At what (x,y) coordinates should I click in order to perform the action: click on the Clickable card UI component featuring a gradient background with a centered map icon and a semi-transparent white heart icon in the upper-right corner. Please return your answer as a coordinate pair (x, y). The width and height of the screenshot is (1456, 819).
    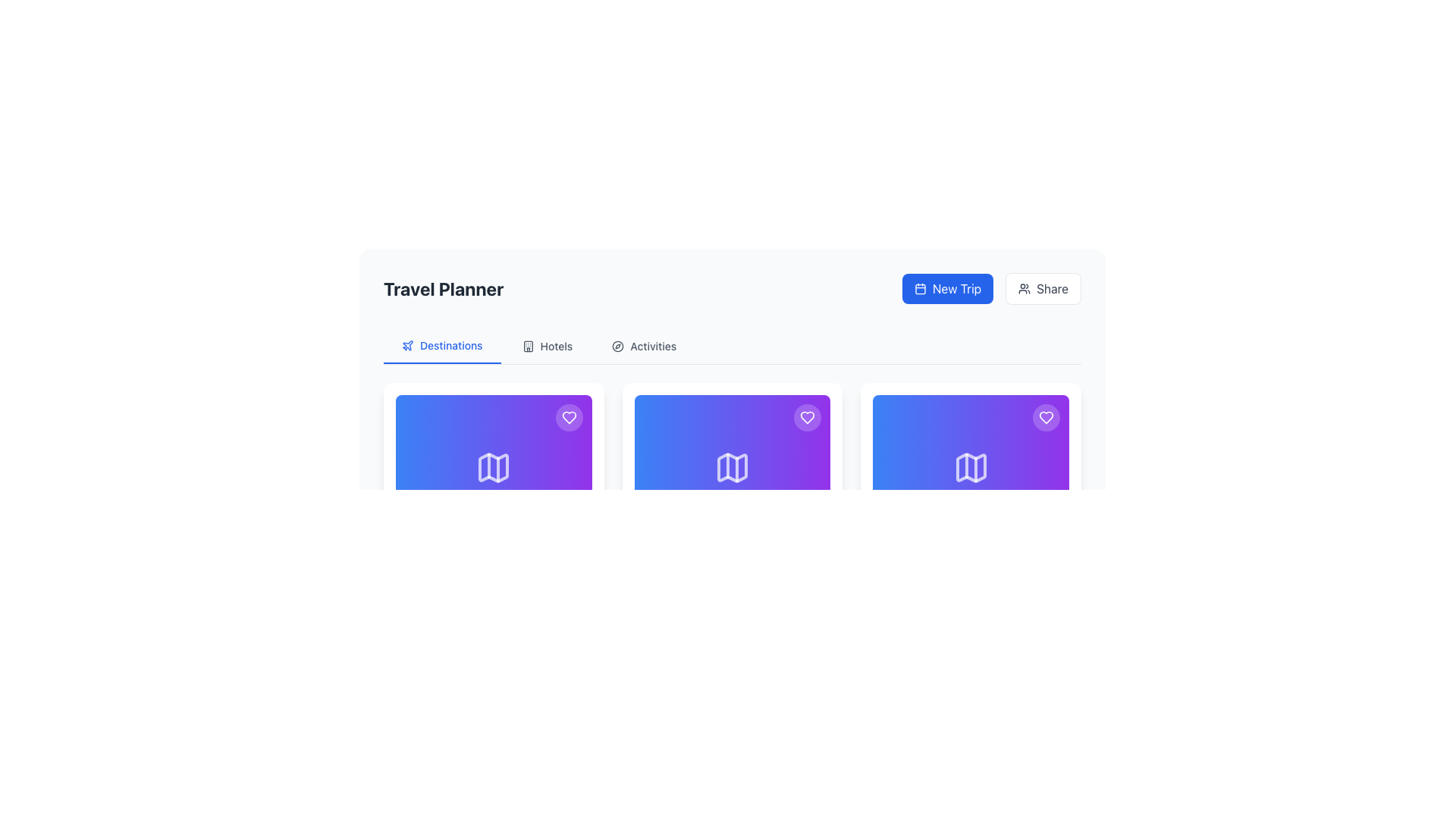
    Looking at the image, I should click on (732, 467).